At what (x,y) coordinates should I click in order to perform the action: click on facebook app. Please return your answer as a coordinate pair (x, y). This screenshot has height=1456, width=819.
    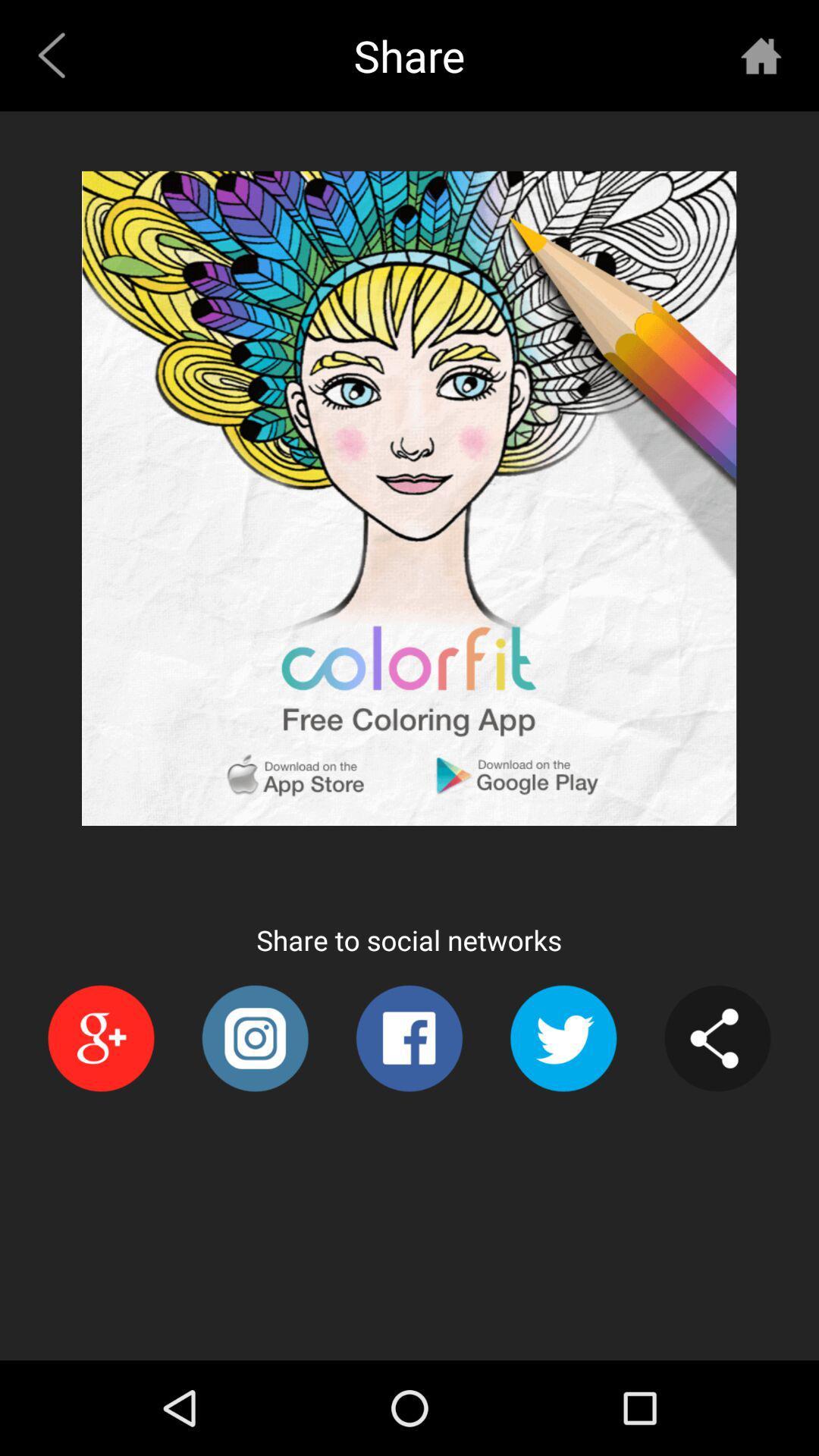
    Looking at the image, I should click on (408, 1037).